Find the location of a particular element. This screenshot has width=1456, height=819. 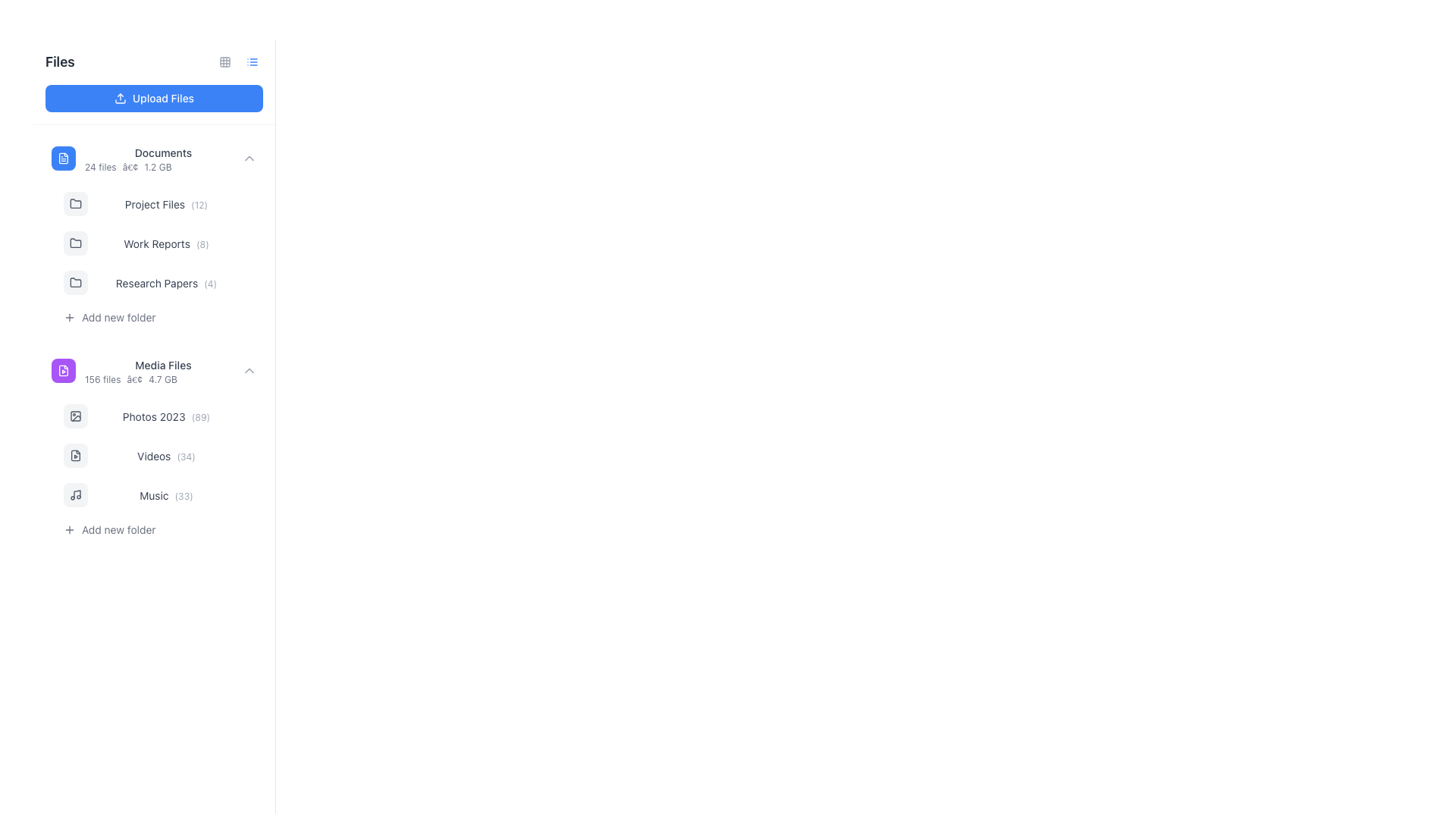

the purple square icon with a white outlined video file symbol located in the 'Media Files' panel on the left sidebar, positioned near the top-left corner, just before the text 'Media Files' is located at coordinates (62, 371).